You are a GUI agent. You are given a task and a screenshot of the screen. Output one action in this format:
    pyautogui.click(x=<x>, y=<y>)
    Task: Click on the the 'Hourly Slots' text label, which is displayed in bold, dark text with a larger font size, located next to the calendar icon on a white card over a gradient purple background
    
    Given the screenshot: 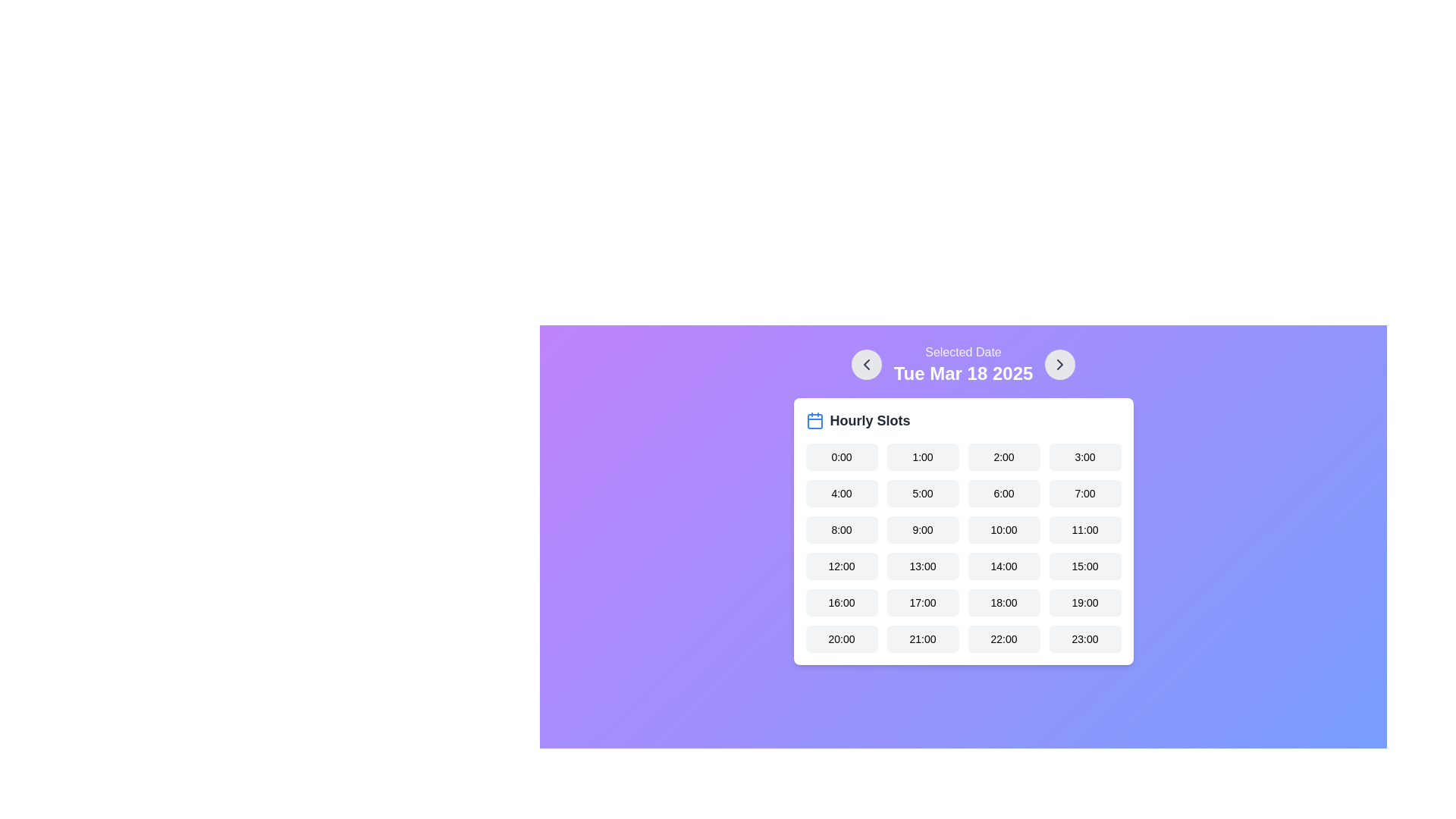 What is the action you would take?
    pyautogui.click(x=870, y=421)
    